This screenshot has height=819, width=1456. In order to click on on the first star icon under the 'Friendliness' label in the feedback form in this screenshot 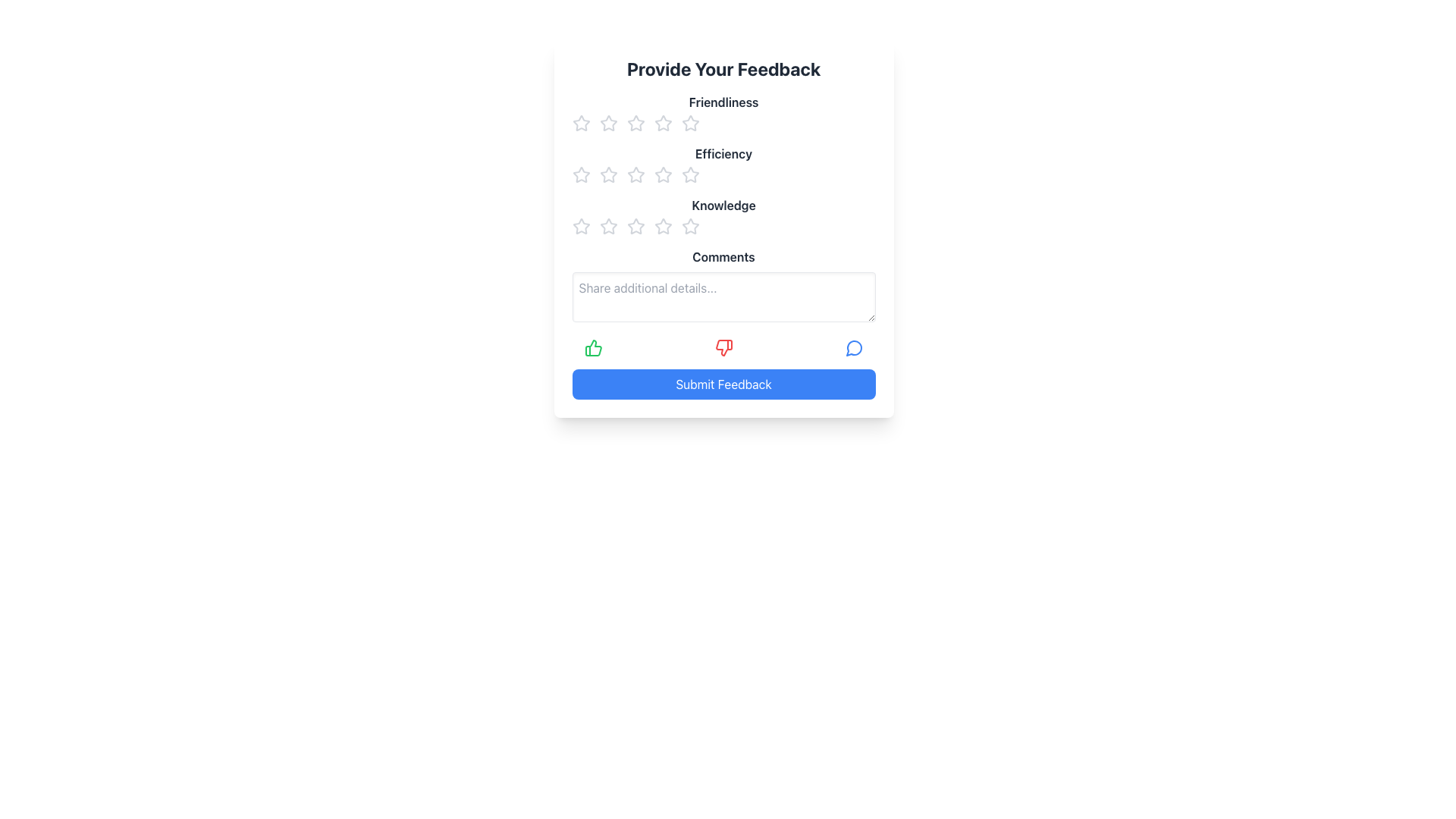, I will do `click(580, 122)`.